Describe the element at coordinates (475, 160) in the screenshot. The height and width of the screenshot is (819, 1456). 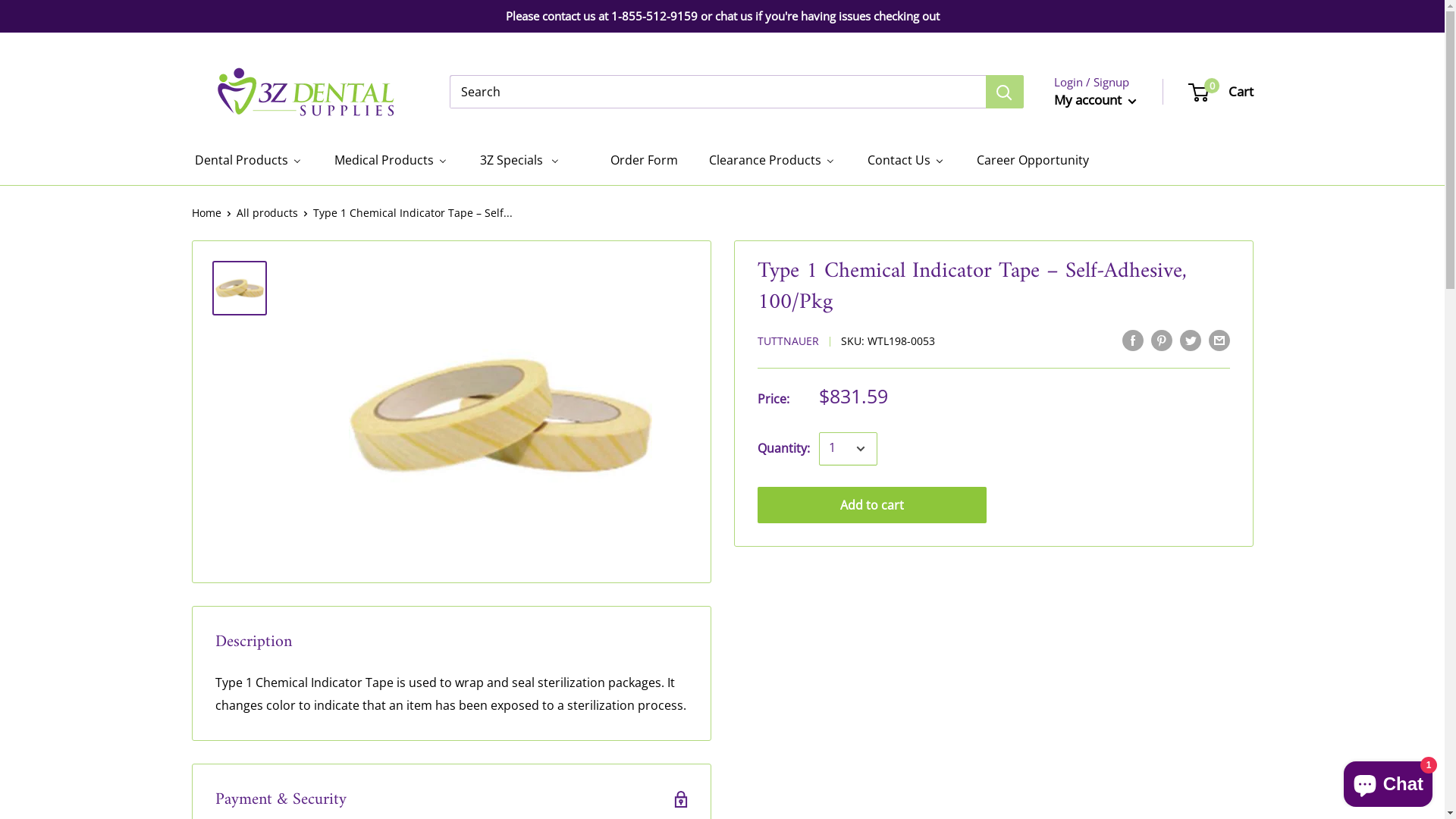
I see `'3Z Specials'` at that location.